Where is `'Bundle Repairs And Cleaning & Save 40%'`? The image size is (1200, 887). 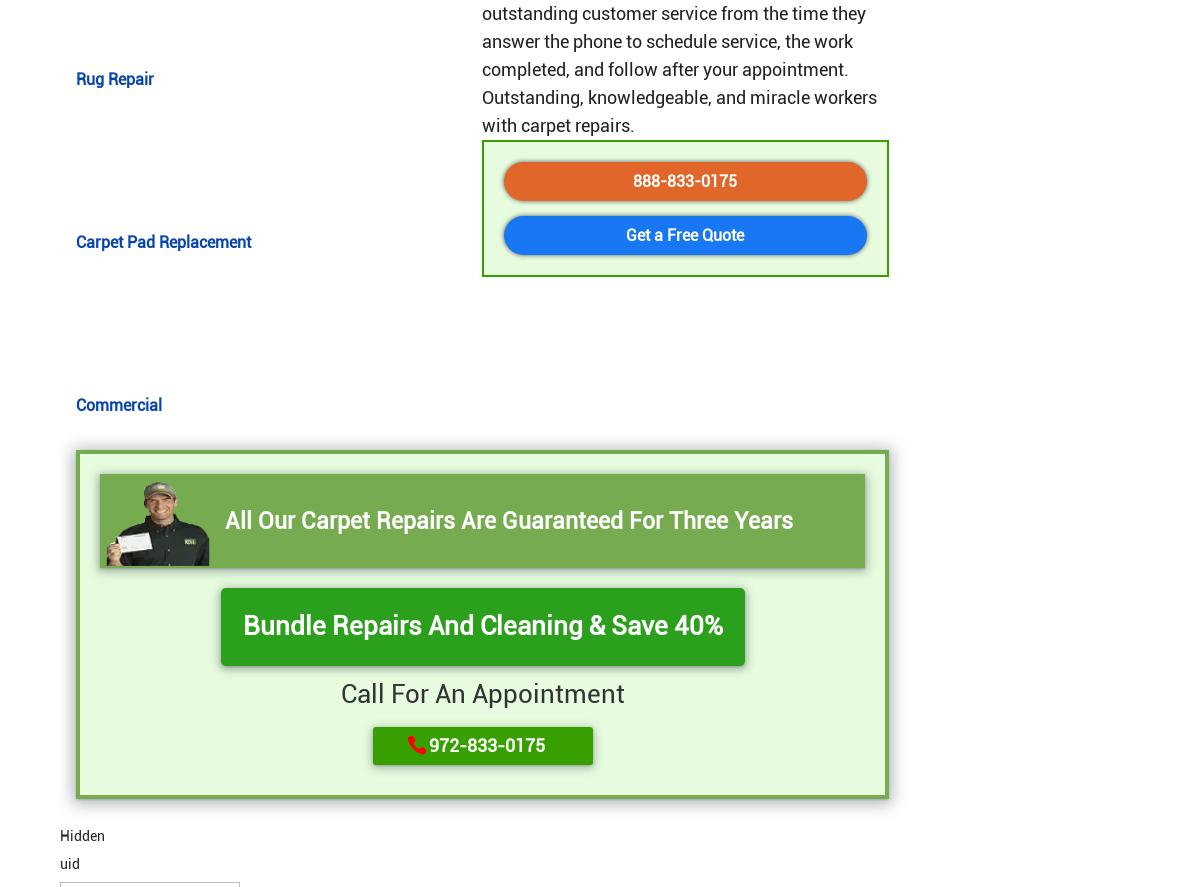 'Bundle Repairs And Cleaning & Save 40%' is located at coordinates (481, 625).